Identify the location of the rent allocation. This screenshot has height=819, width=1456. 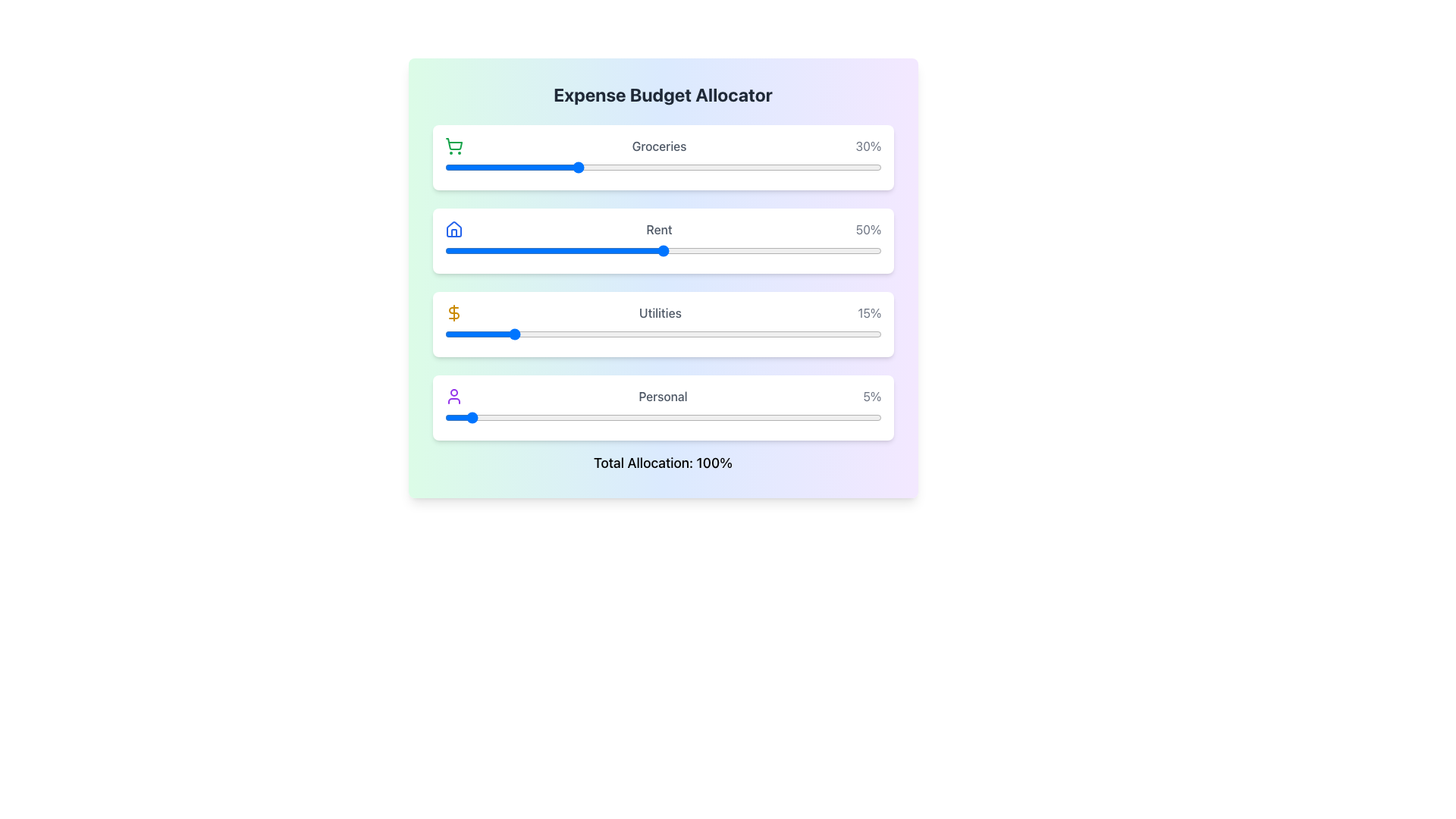
(510, 250).